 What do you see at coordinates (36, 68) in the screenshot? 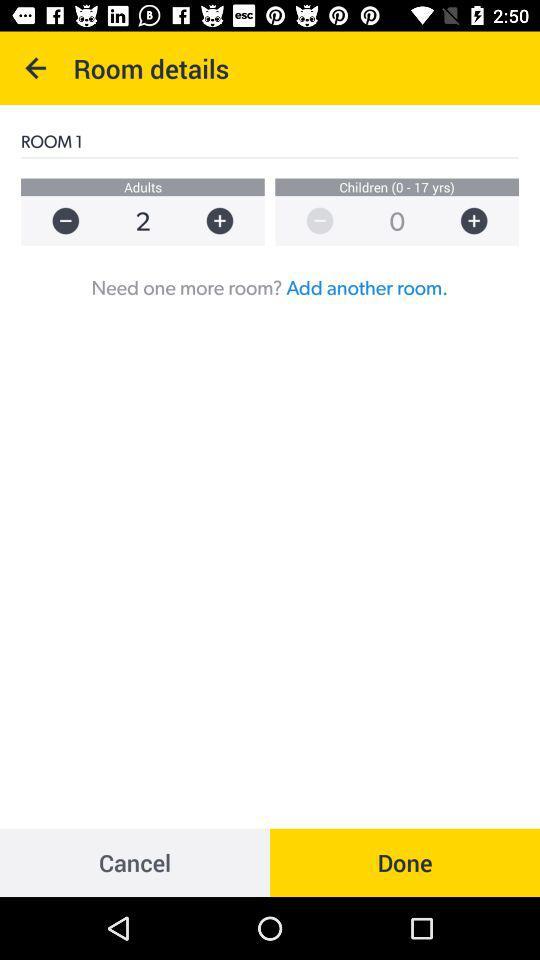
I see `the icon next to the room details` at bounding box center [36, 68].